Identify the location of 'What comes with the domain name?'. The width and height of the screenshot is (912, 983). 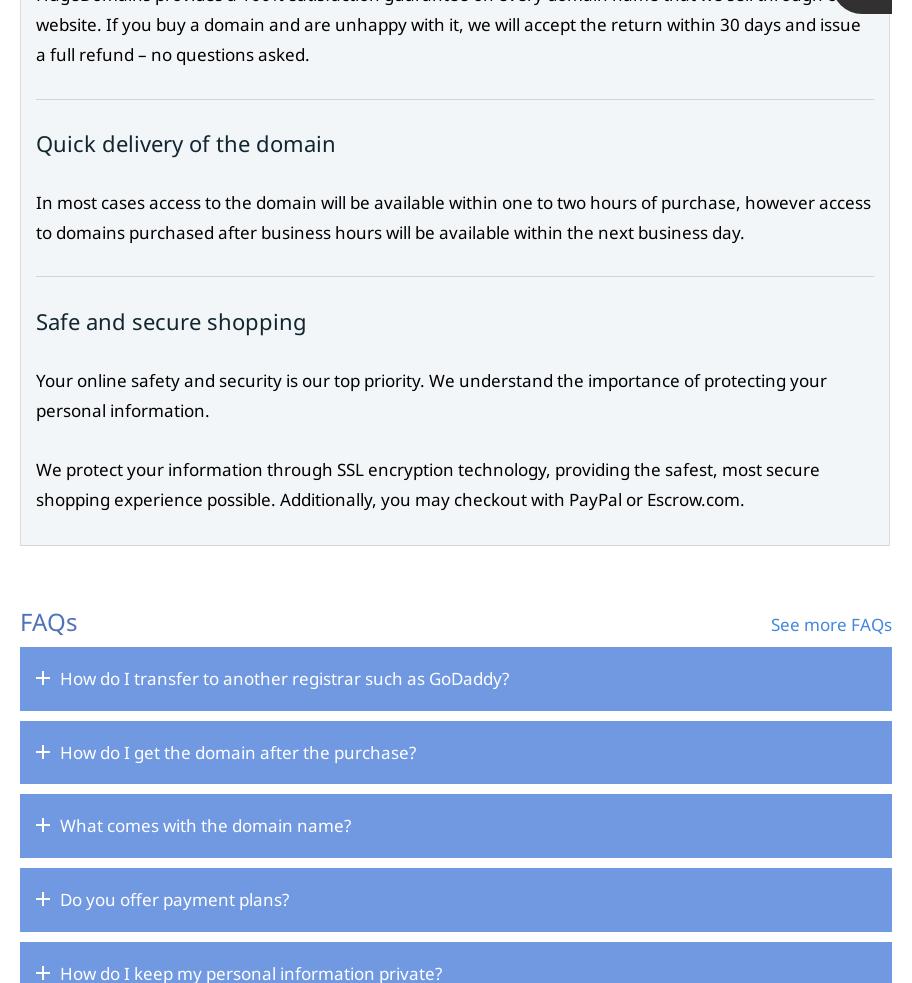
(204, 825).